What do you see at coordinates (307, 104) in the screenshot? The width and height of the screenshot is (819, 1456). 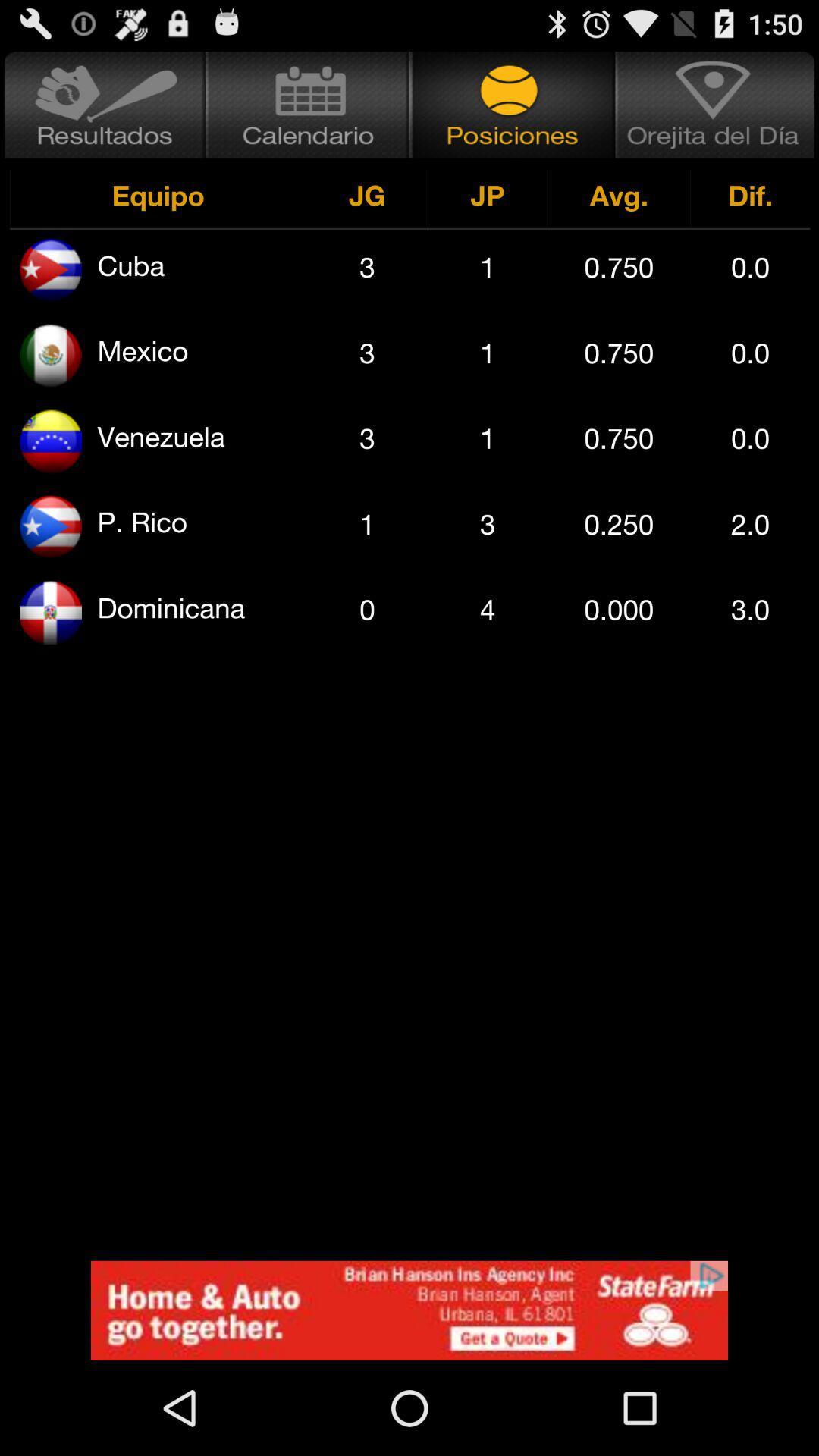 I see `open calendar` at bounding box center [307, 104].